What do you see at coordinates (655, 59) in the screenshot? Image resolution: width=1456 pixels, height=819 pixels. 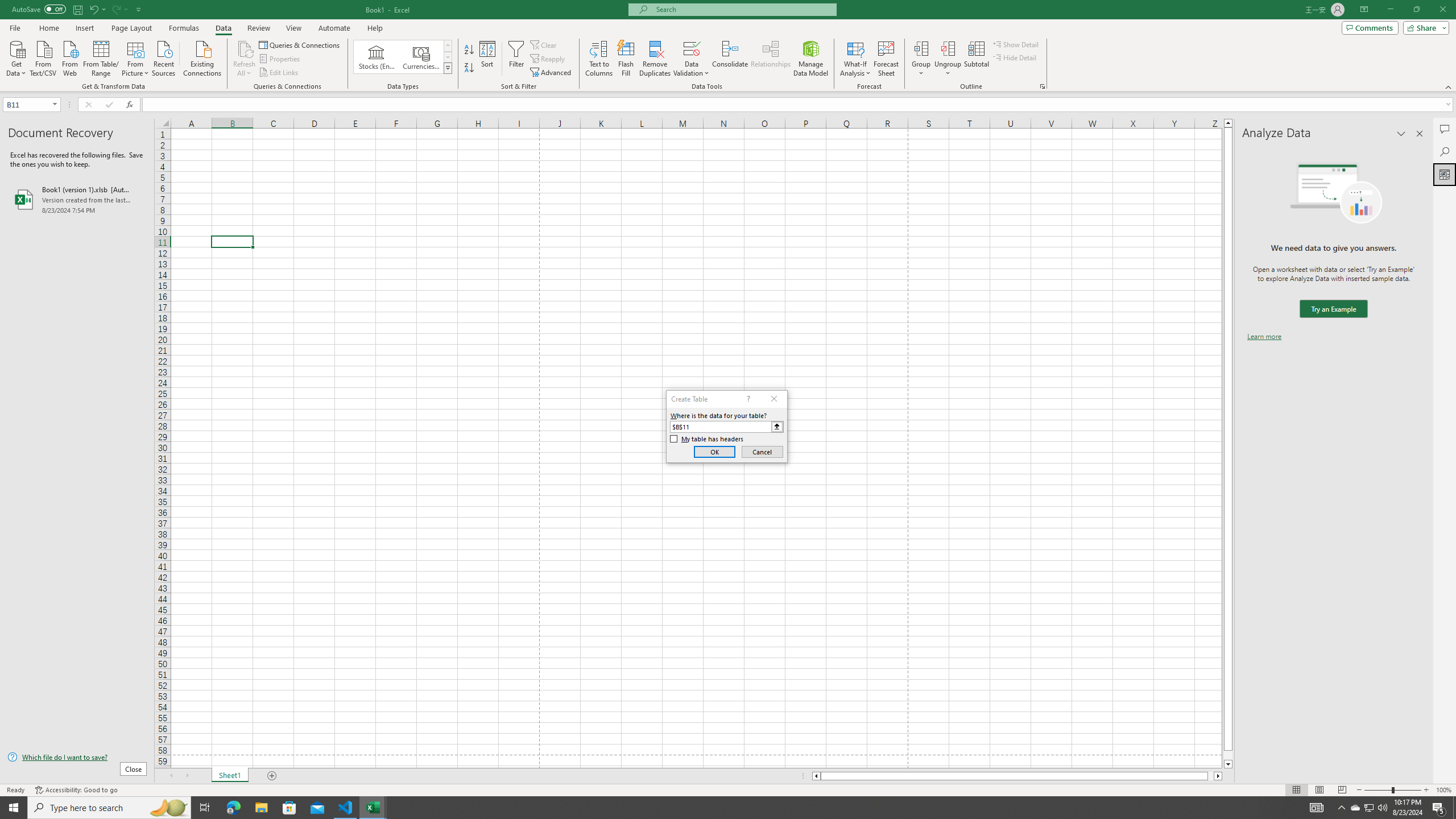 I see `'Remove Duplicates'` at bounding box center [655, 59].